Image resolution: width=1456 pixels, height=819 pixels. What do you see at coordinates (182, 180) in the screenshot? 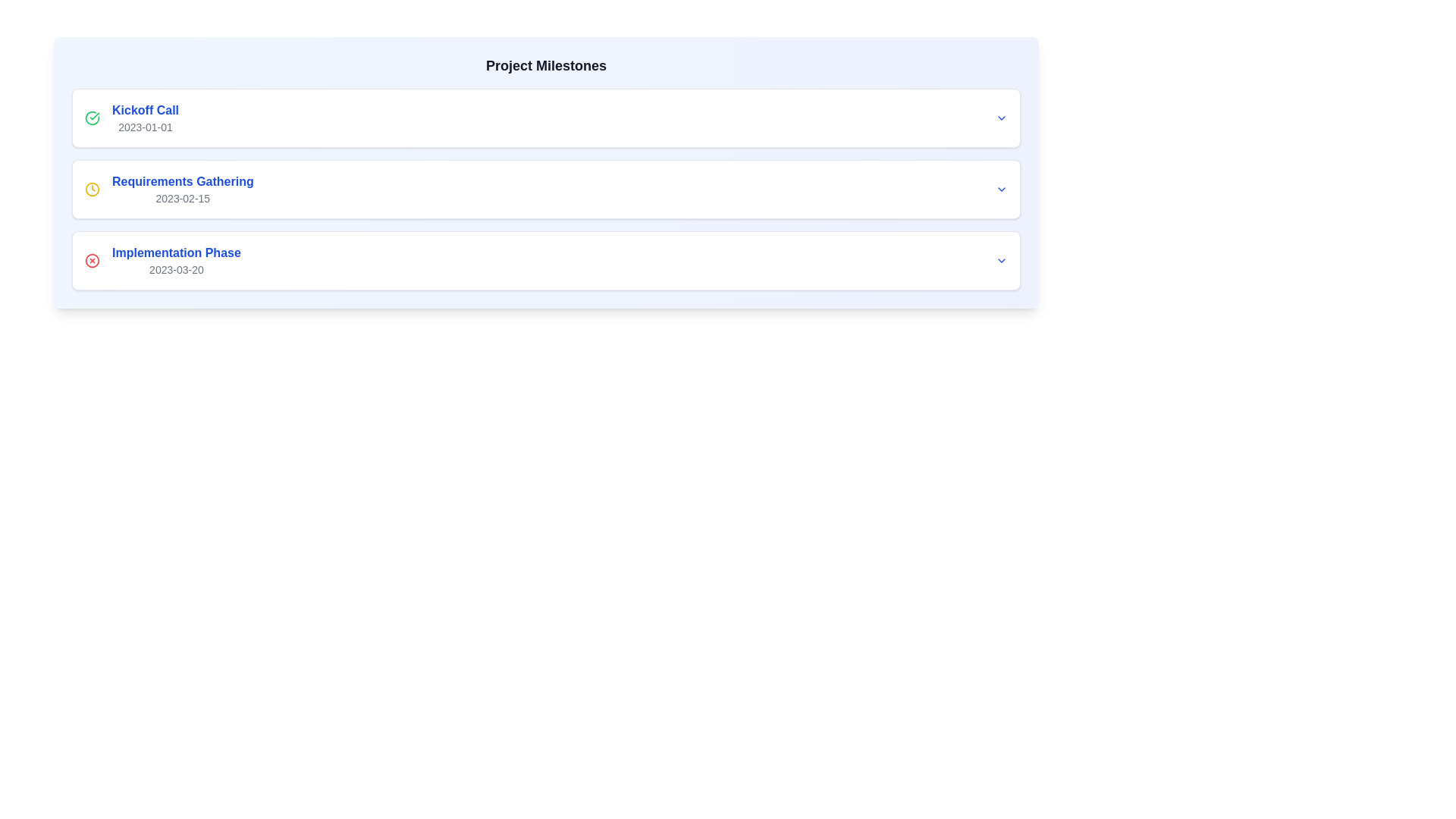
I see `text from the label displaying 'Requirements Gathering', which is styled in bold blue font and located in the second section of the milestones list, above the date '2023-02-15'` at bounding box center [182, 180].